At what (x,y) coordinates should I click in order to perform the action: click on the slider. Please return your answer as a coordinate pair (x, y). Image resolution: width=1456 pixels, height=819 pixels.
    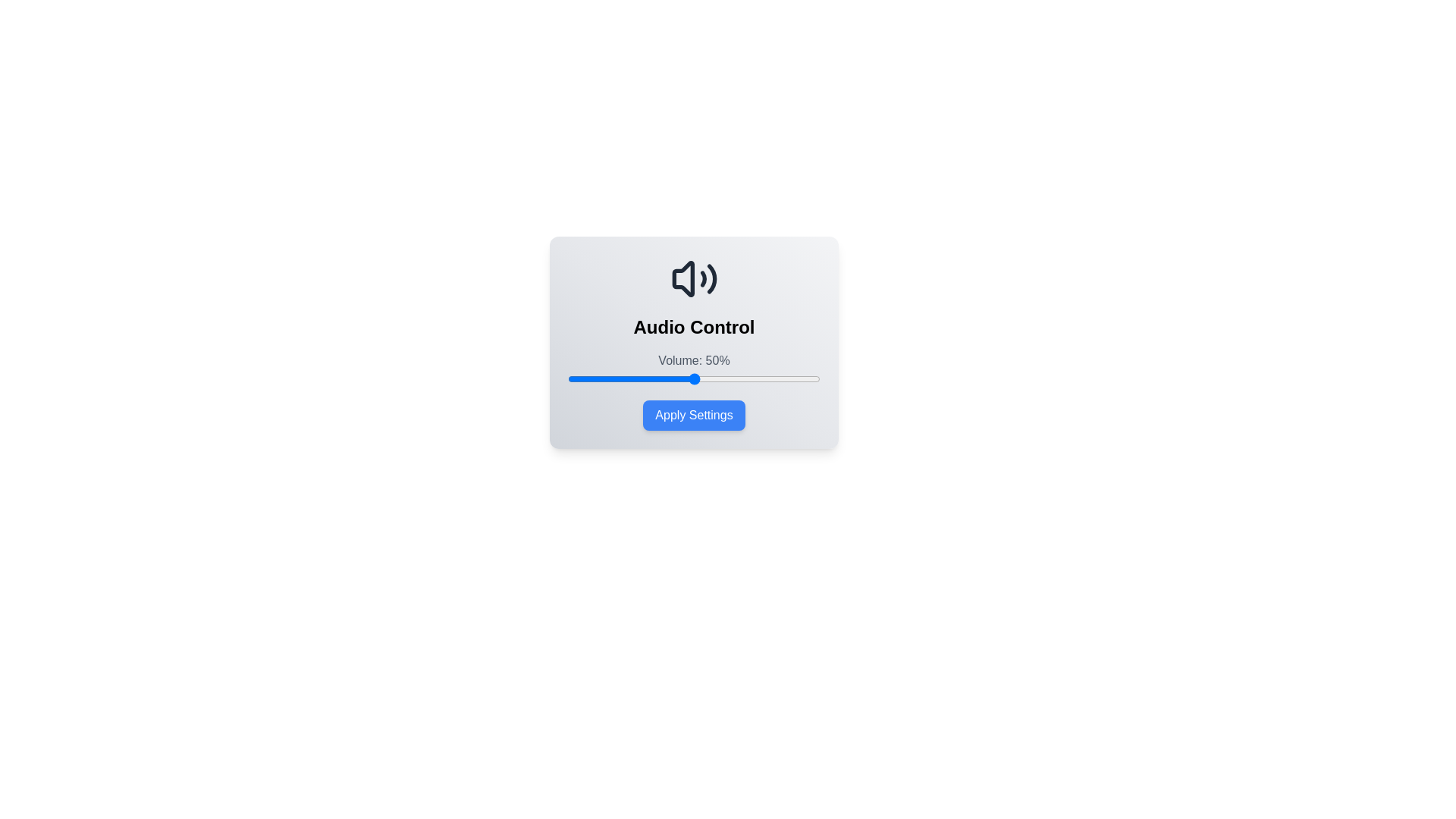
    Looking at the image, I should click on (792, 378).